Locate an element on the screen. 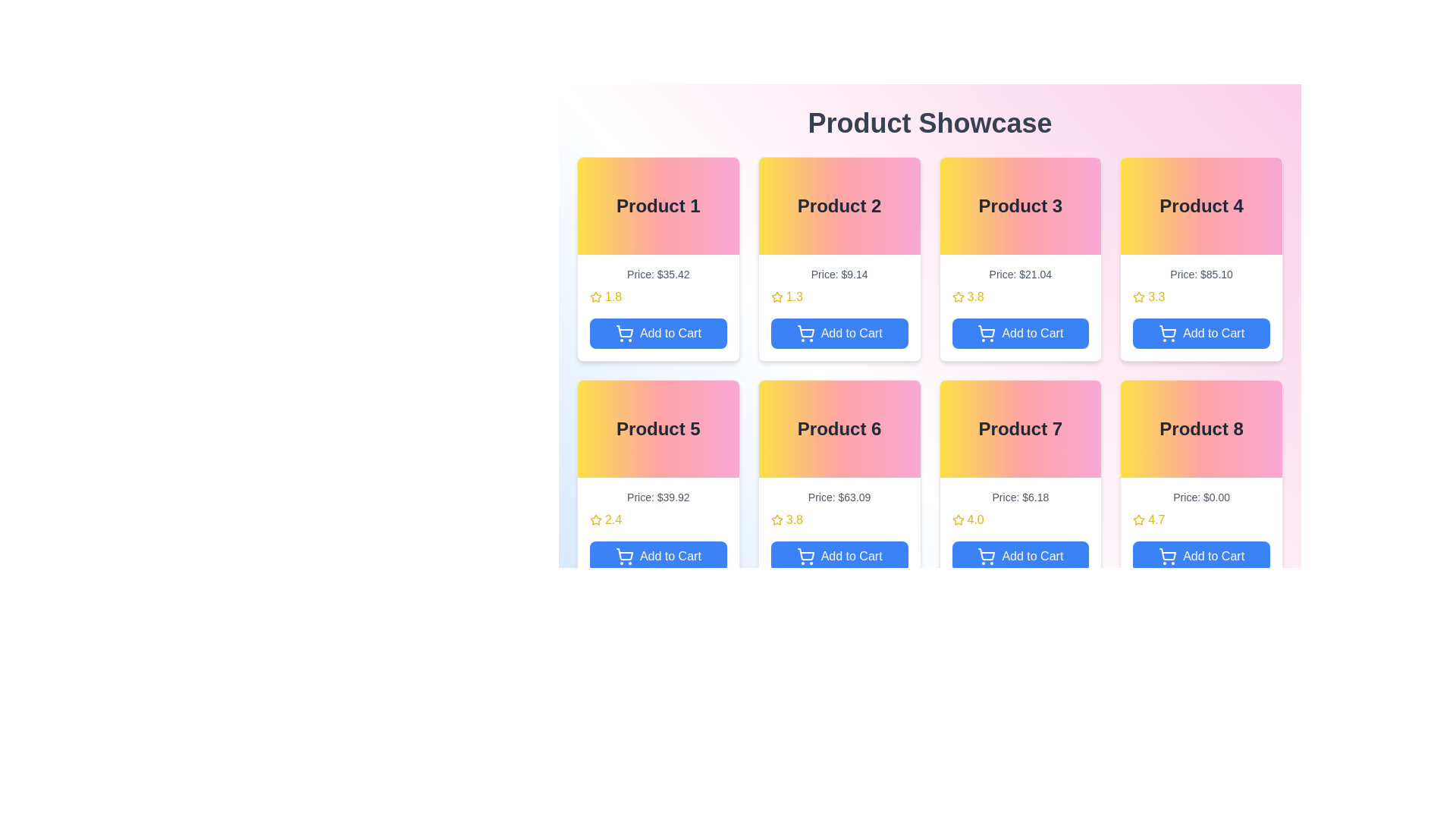  the 'Add to Cart' button for 'Product 4', which is located at the bottom of the card in the top row, fourth column of the card grid is located at coordinates (1200, 332).